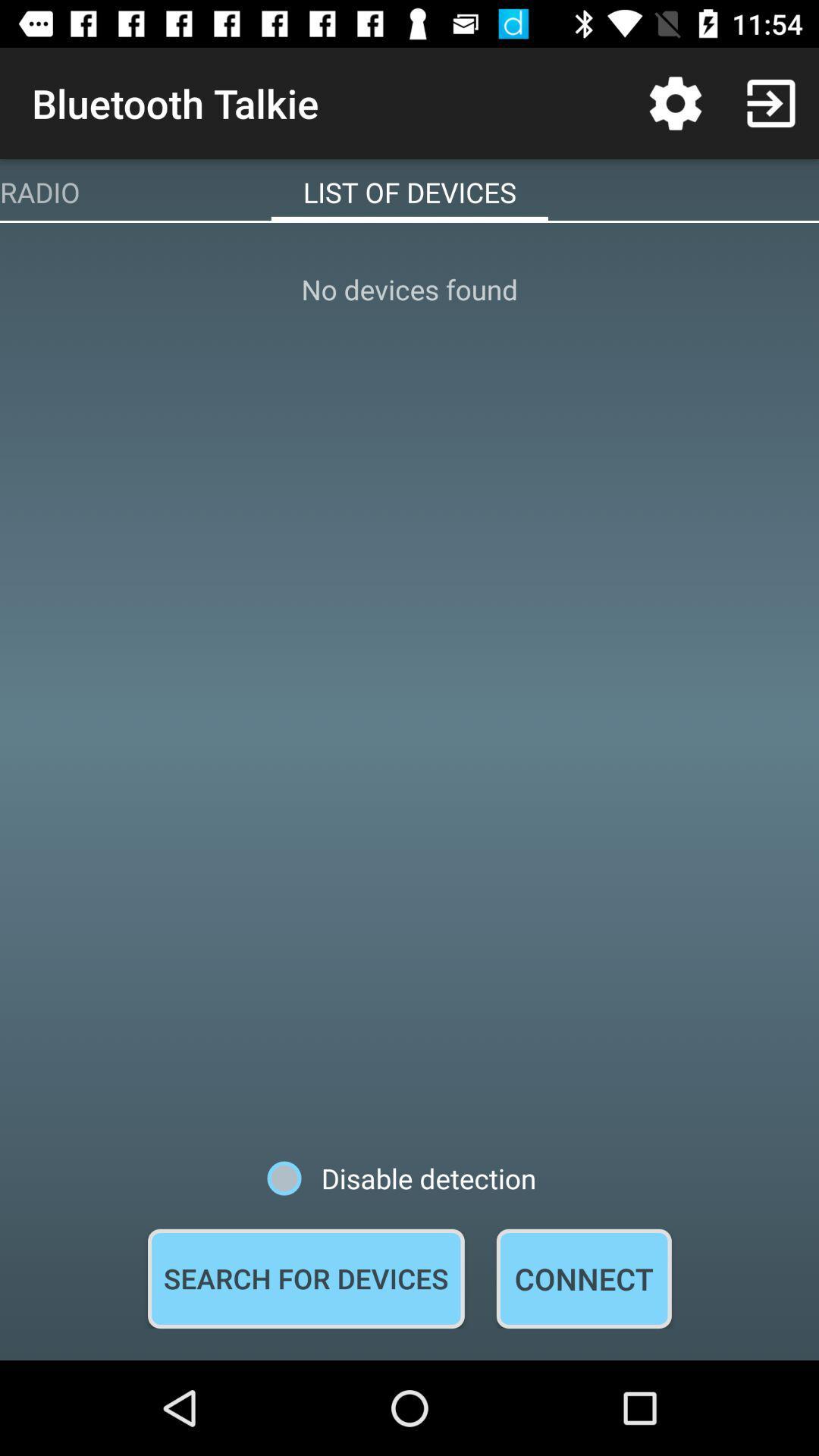  What do you see at coordinates (675, 102) in the screenshot?
I see `the icon to the right of the bluetooth talkie` at bounding box center [675, 102].